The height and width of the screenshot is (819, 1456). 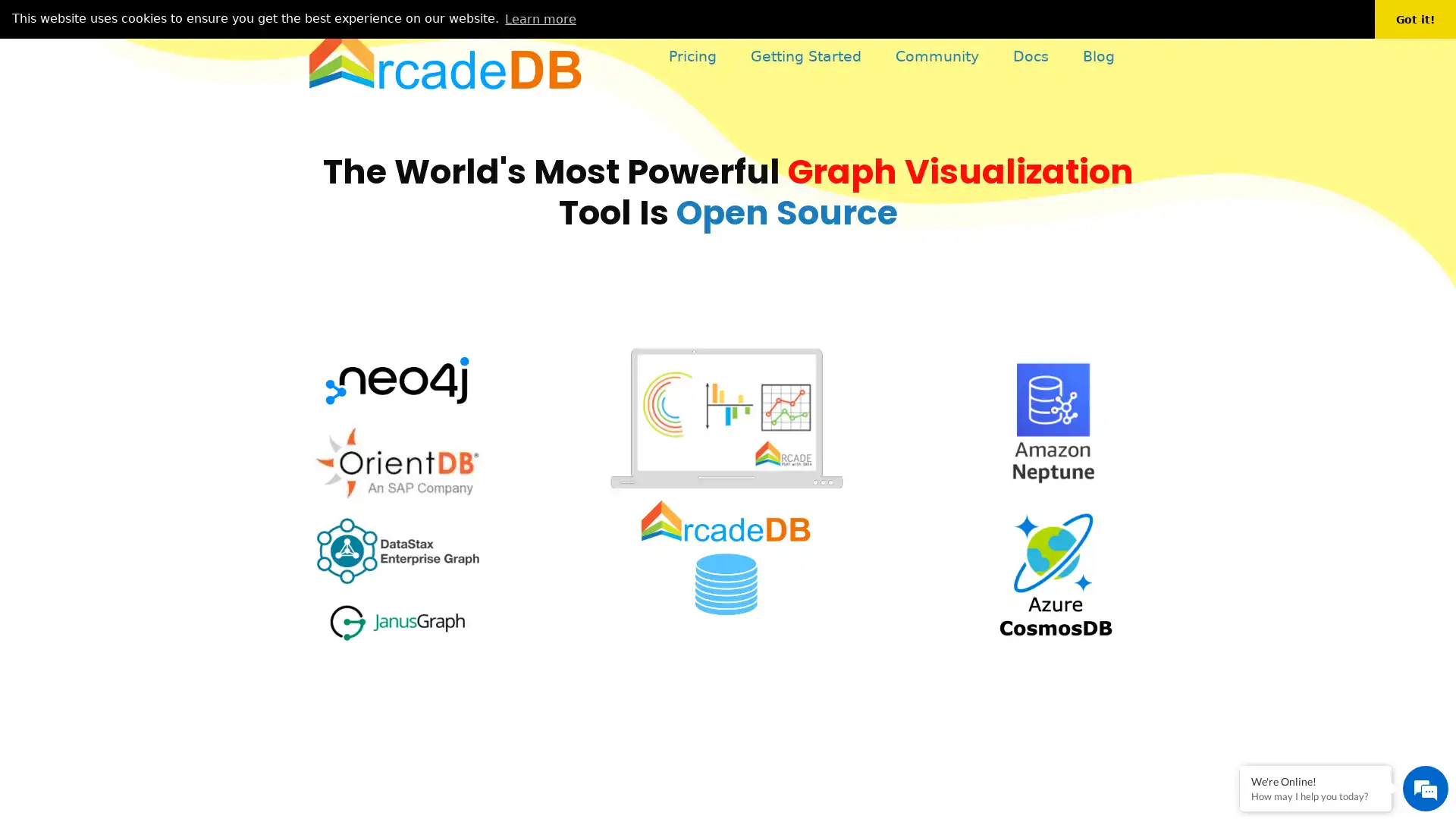 I want to click on learn more about cookies, so click(x=541, y=18).